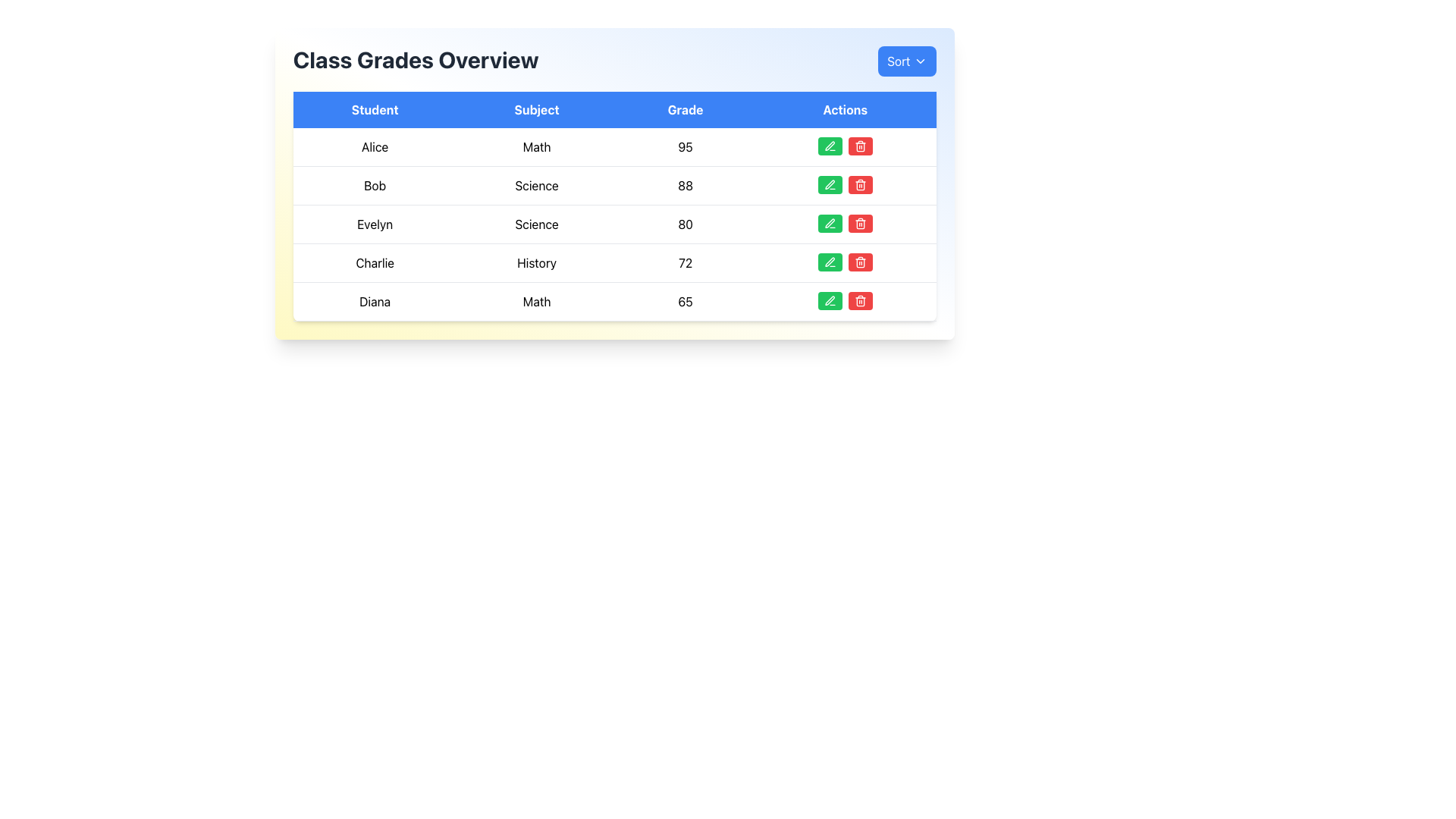 This screenshot has height=819, width=1456. Describe the element at coordinates (685, 224) in the screenshot. I see `the table cell displaying the student's grade for the subject in the third row and third column, located adjacent to 'Science' on the left` at that location.